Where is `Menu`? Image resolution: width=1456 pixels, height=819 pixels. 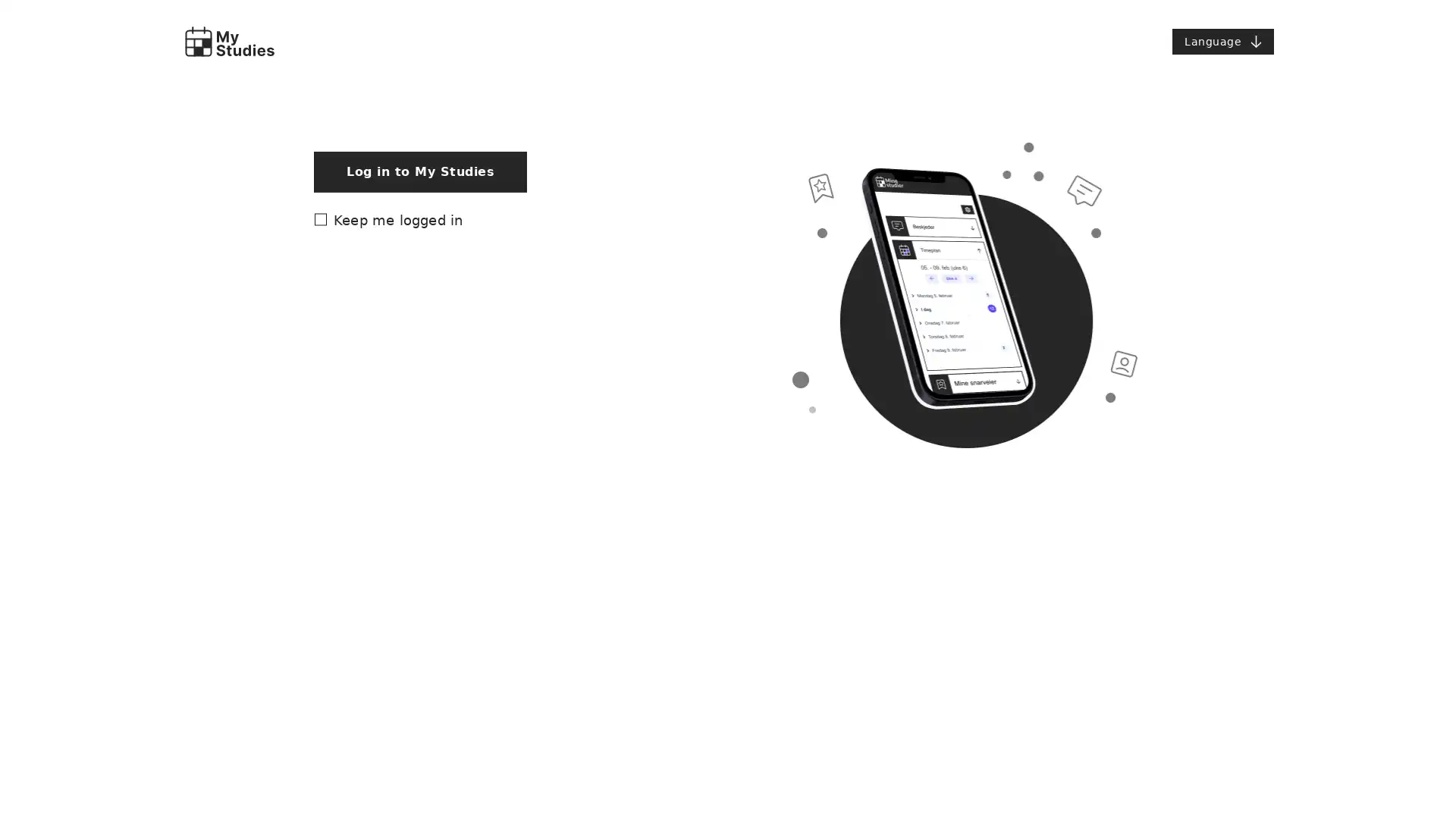 Menu is located at coordinates (1222, 40).